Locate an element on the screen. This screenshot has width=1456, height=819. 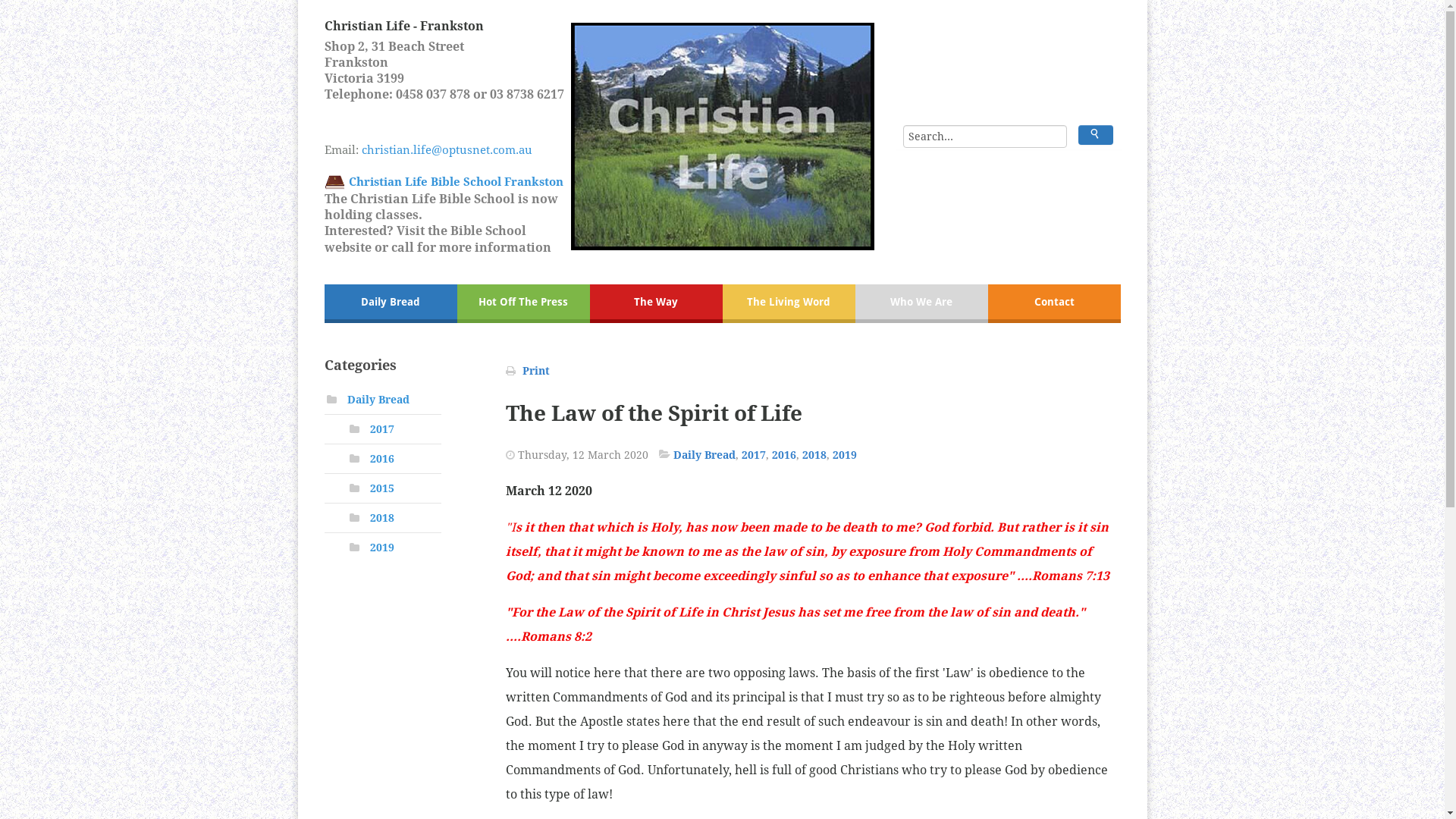
' Christian Life Bible School Frankston' is located at coordinates (453, 180).